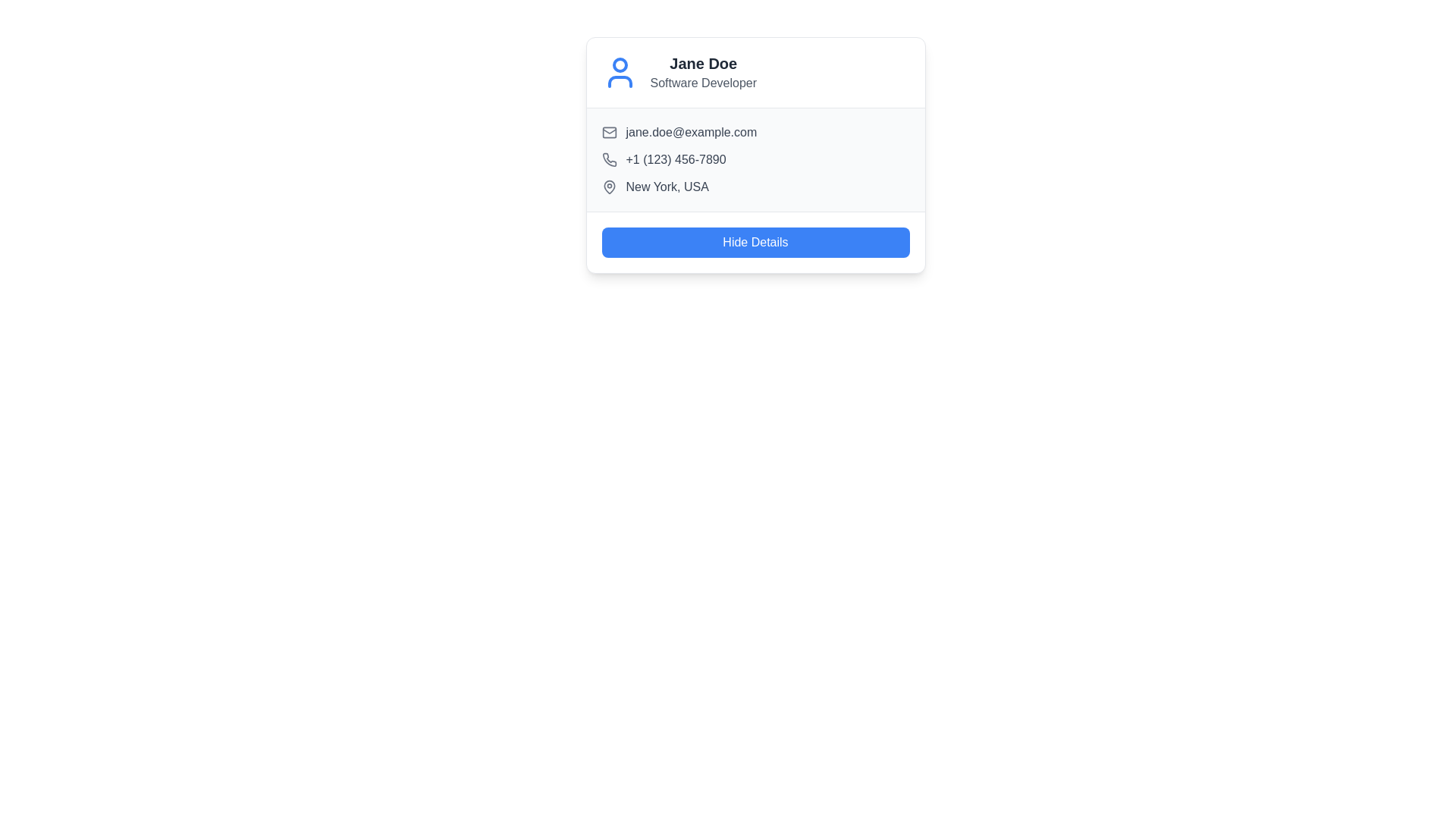 This screenshot has width=1456, height=819. I want to click on the phone icon element, which visually represents contact information and is located to the left of the phone number '+1 (123) 456-7890', so click(609, 160).